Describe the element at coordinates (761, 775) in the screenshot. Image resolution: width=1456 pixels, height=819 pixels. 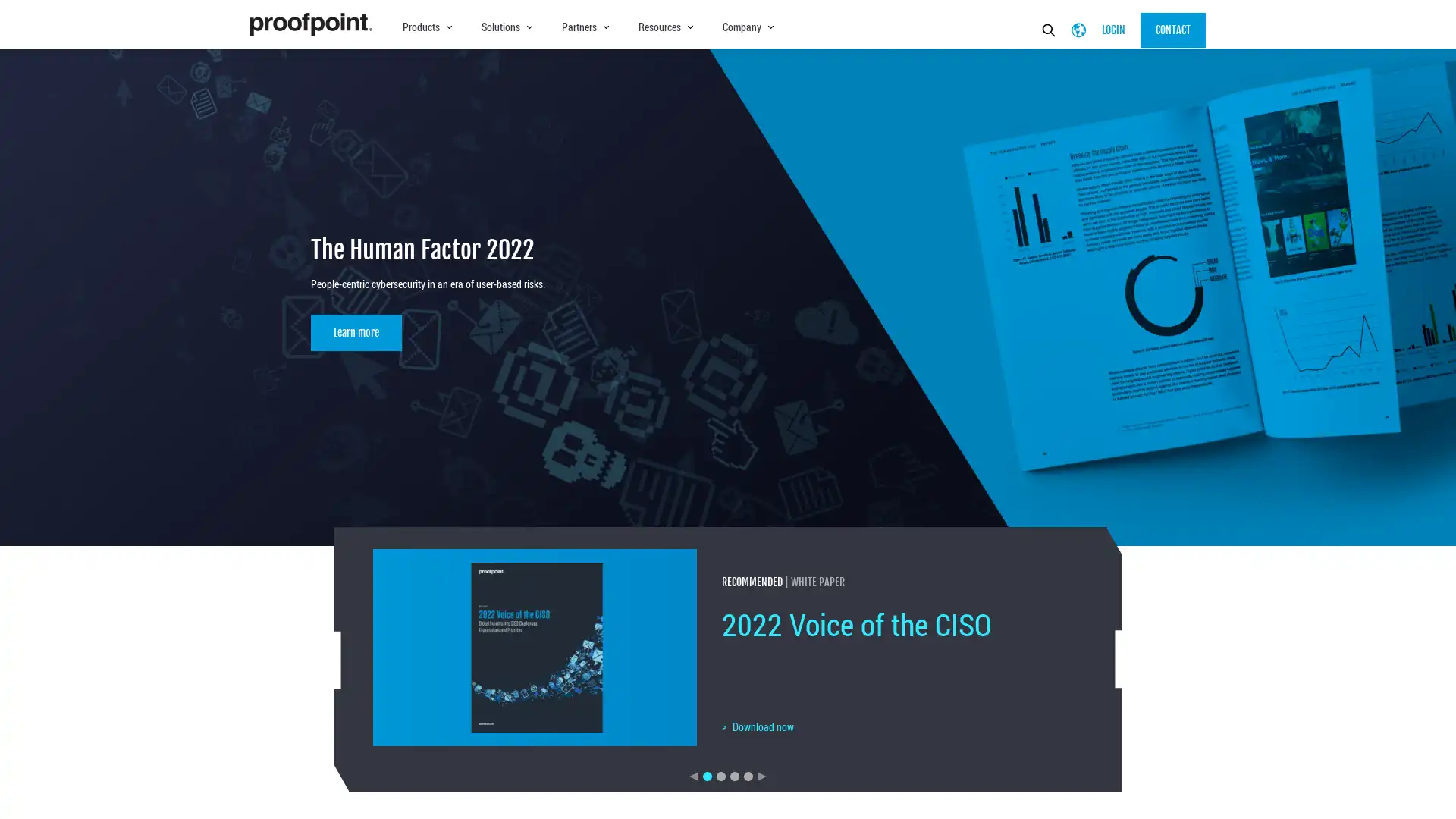
I see `Next` at that location.